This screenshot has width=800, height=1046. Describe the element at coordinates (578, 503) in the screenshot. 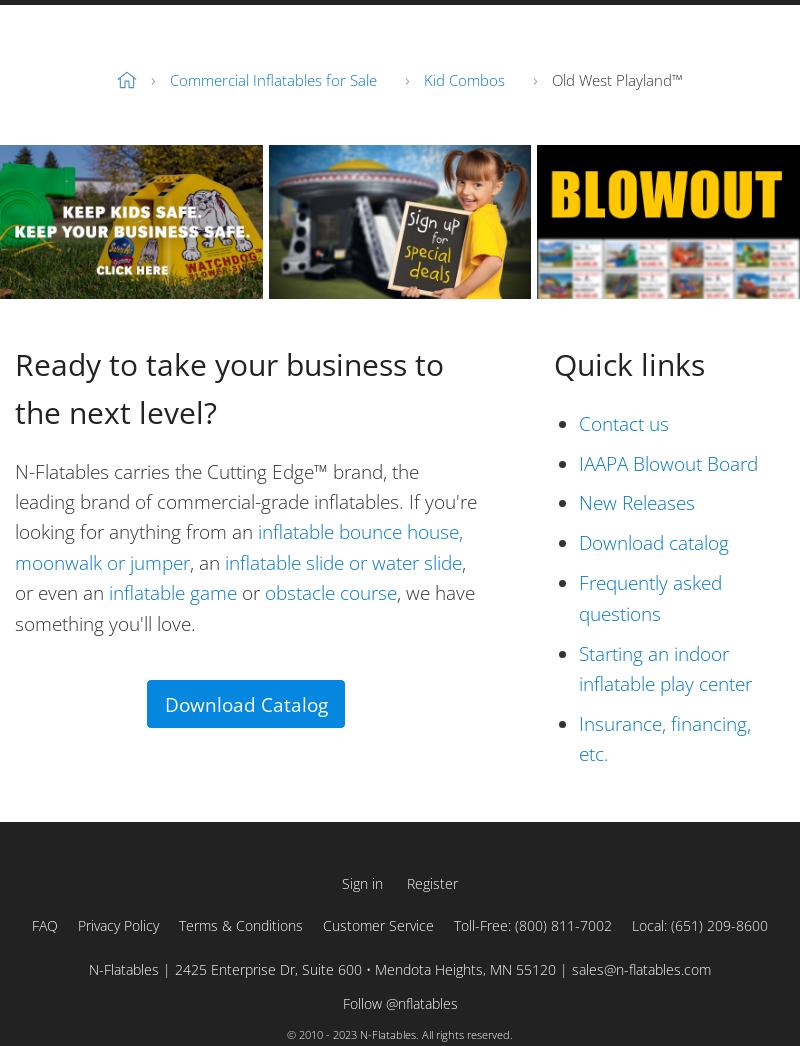

I see `'New Releases'` at that location.